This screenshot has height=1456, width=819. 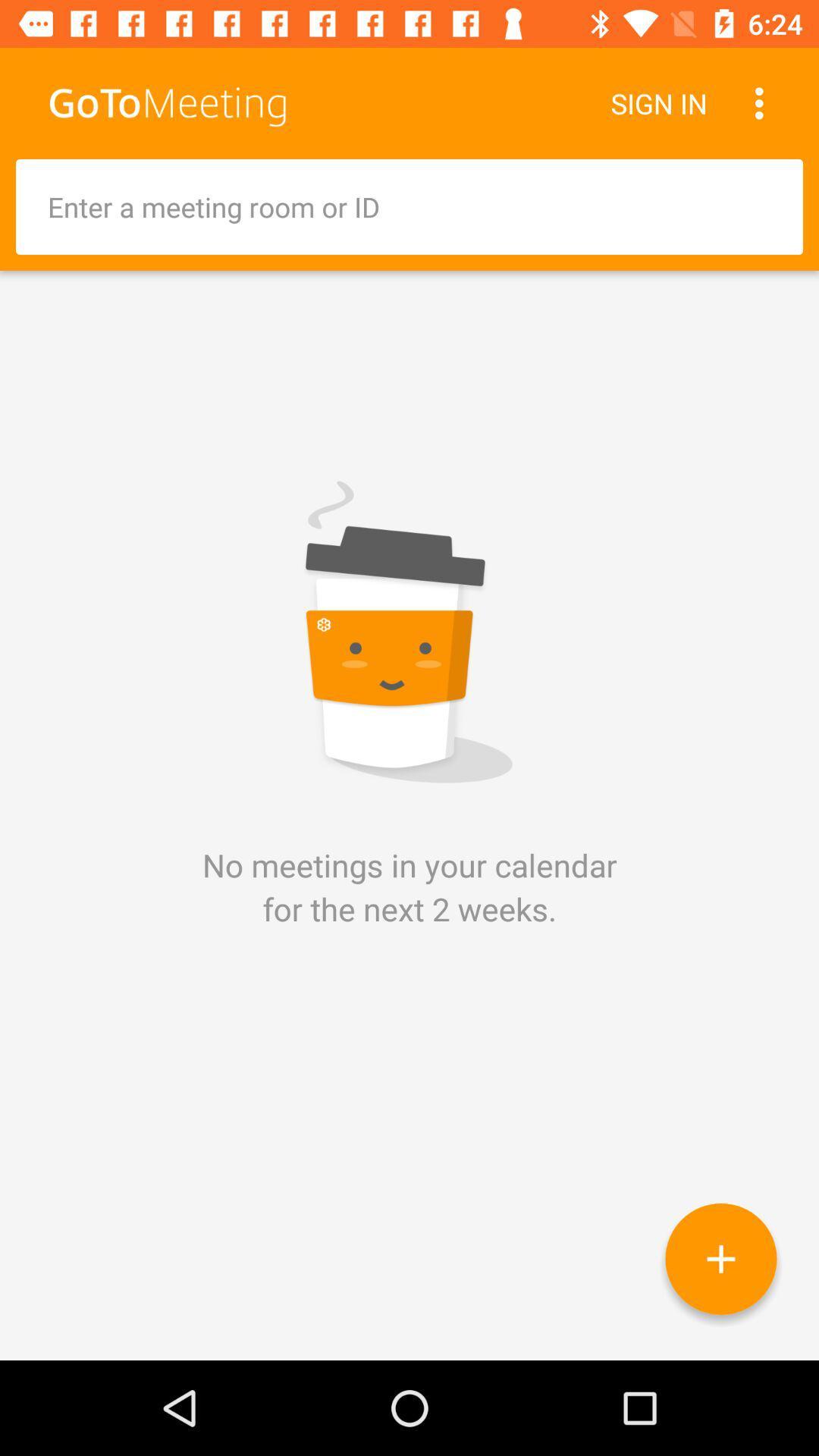 What do you see at coordinates (720, 1259) in the screenshot?
I see `a meeting` at bounding box center [720, 1259].